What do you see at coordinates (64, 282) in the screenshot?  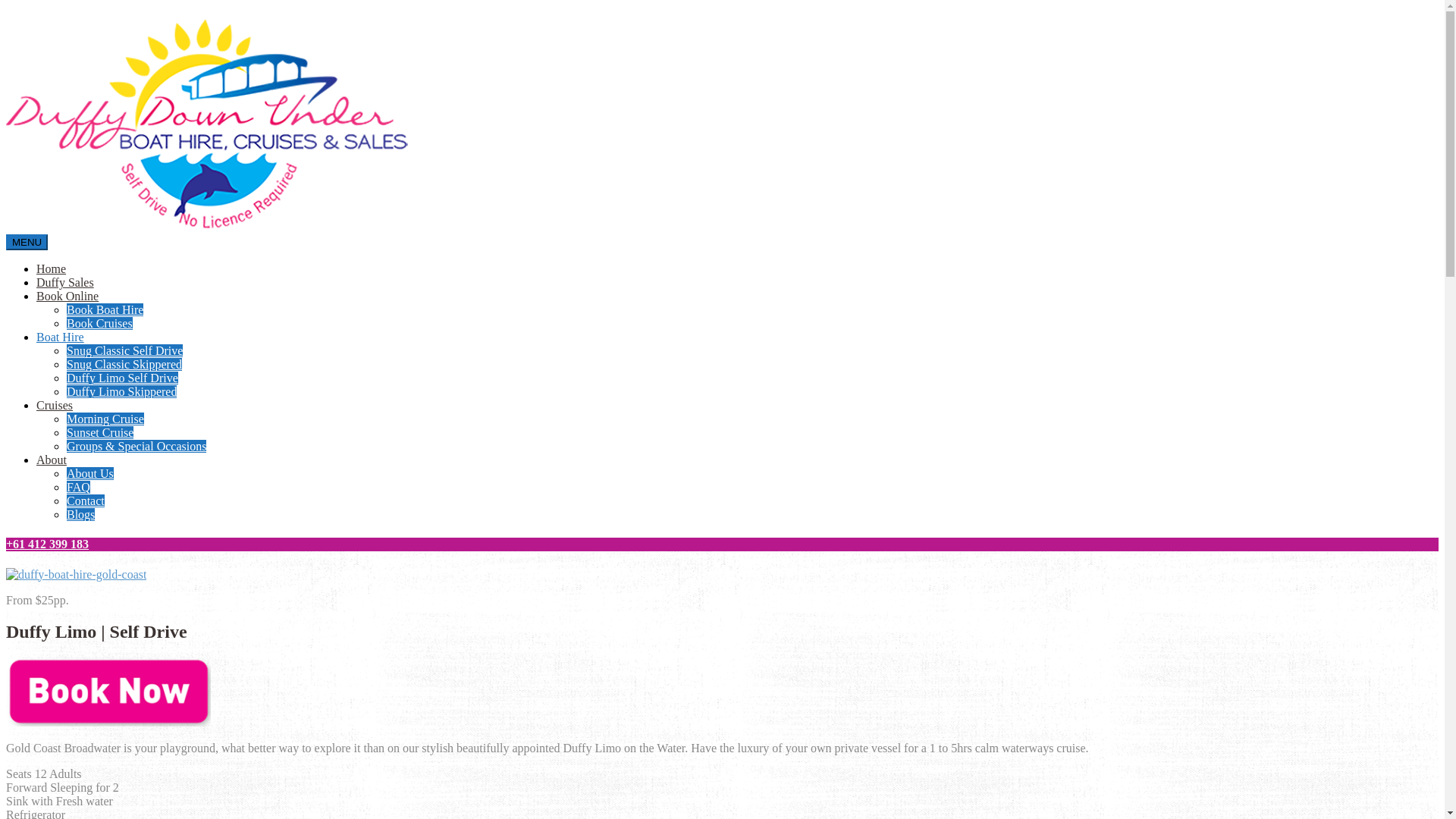 I see `'Duffy Sales'` at bounding box center [64, 282].